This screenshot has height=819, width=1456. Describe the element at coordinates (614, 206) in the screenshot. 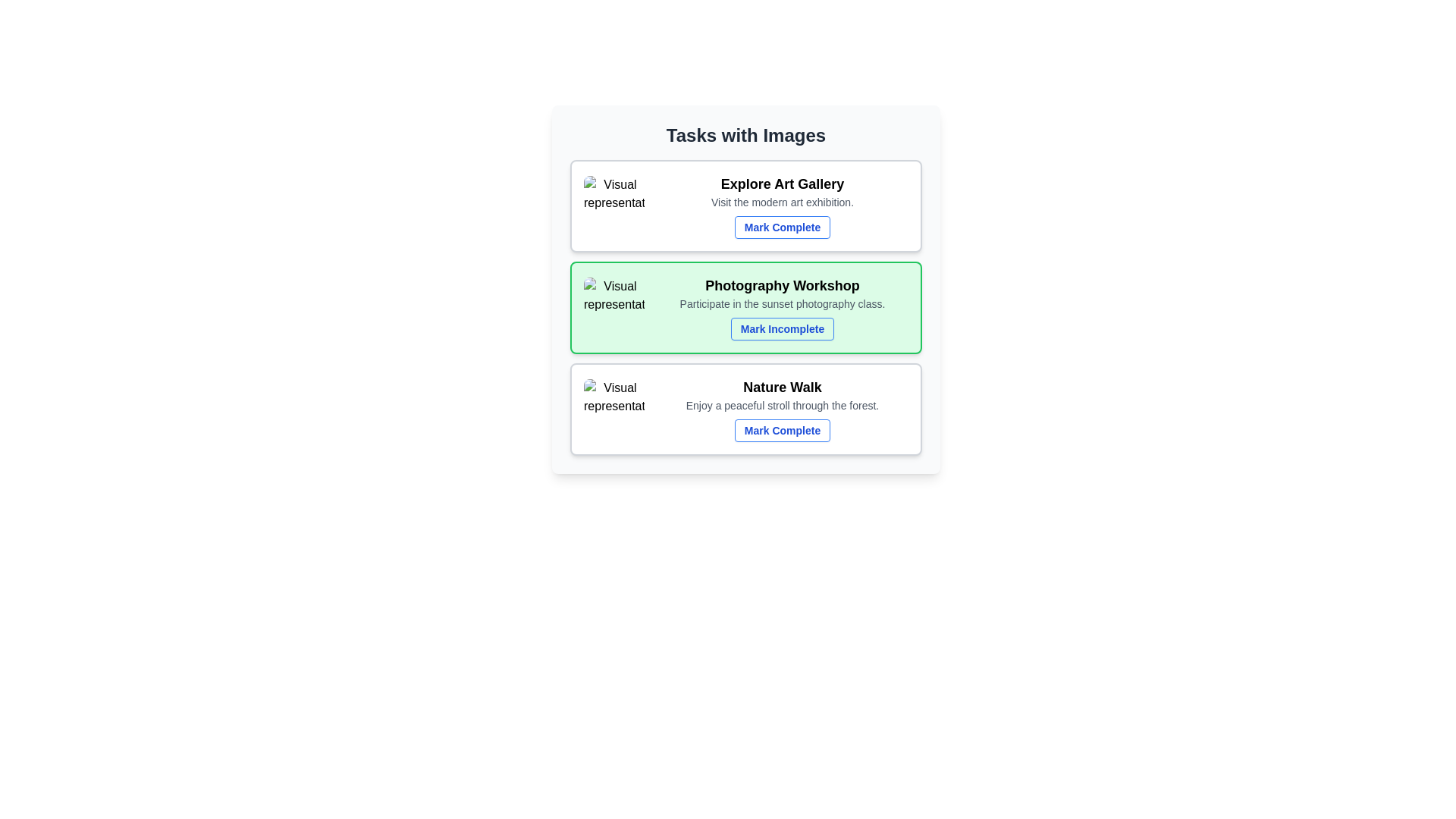

I see `the thumbnail image of the task to view its details. The parameter Explore Art Gallery specifies the task whose image should be clicked` at that location.